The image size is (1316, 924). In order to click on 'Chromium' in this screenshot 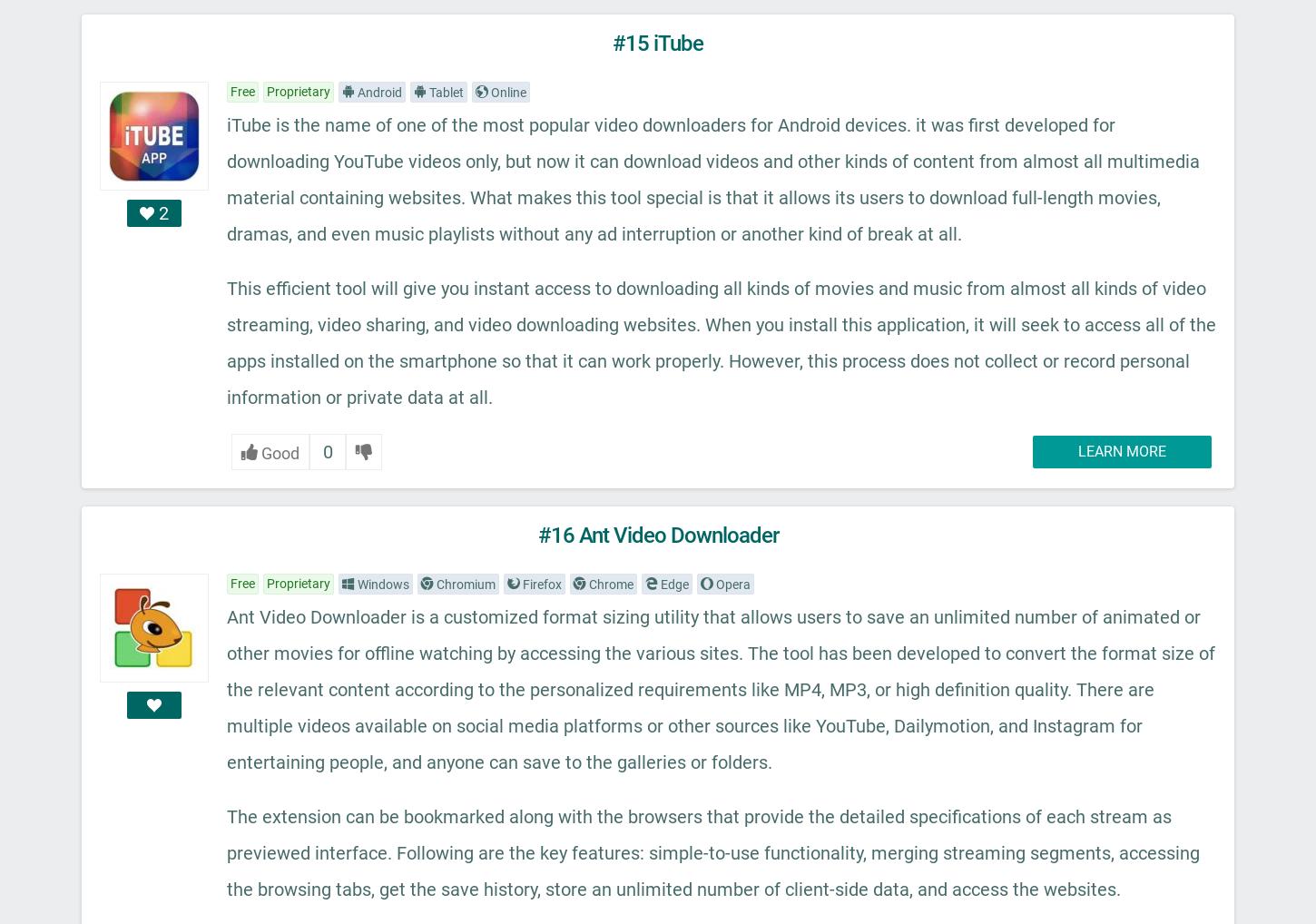, I will do `click(464, 583)`.